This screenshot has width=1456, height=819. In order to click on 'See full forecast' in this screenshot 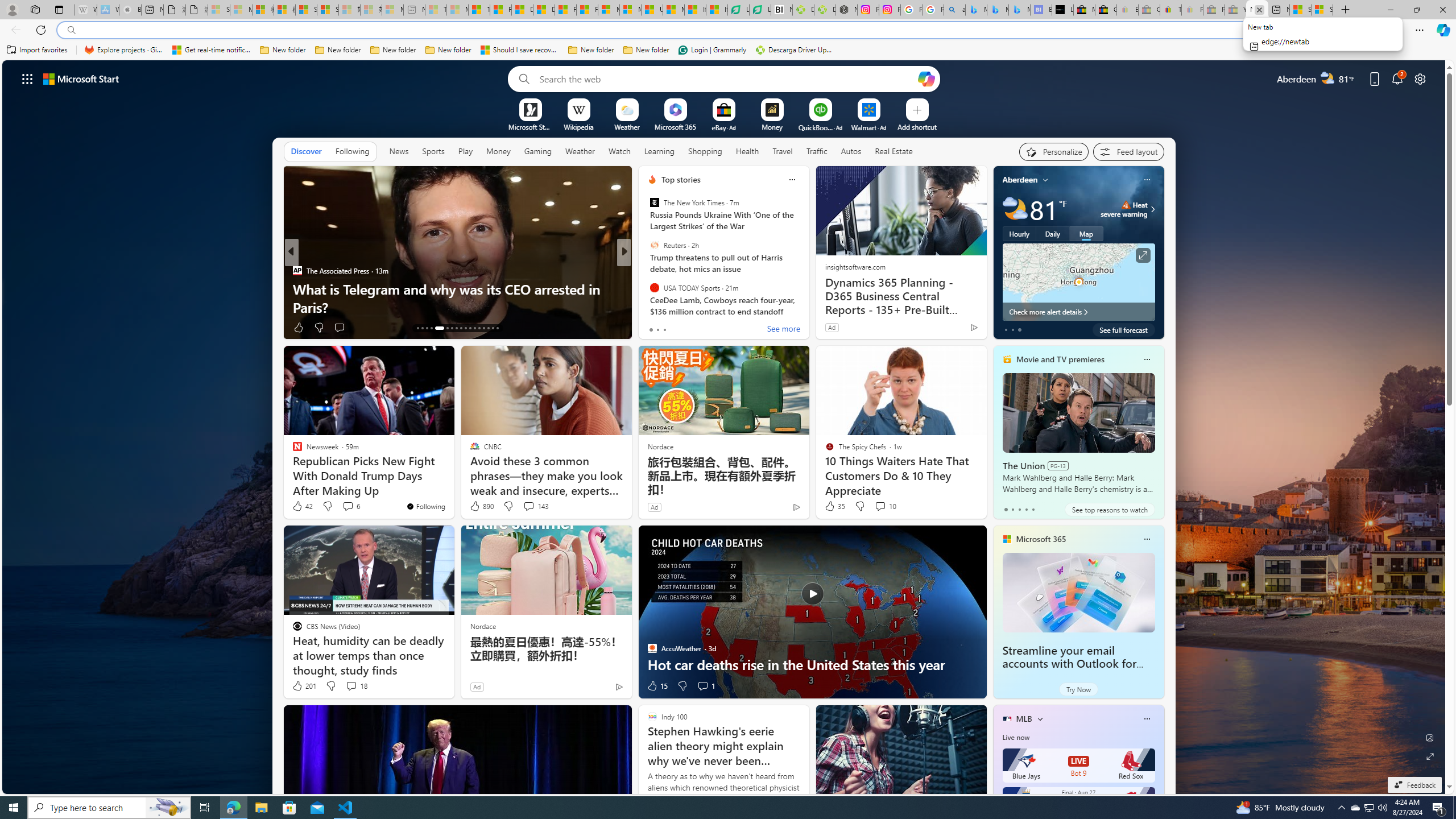, I will do `click(1123, 329)`.